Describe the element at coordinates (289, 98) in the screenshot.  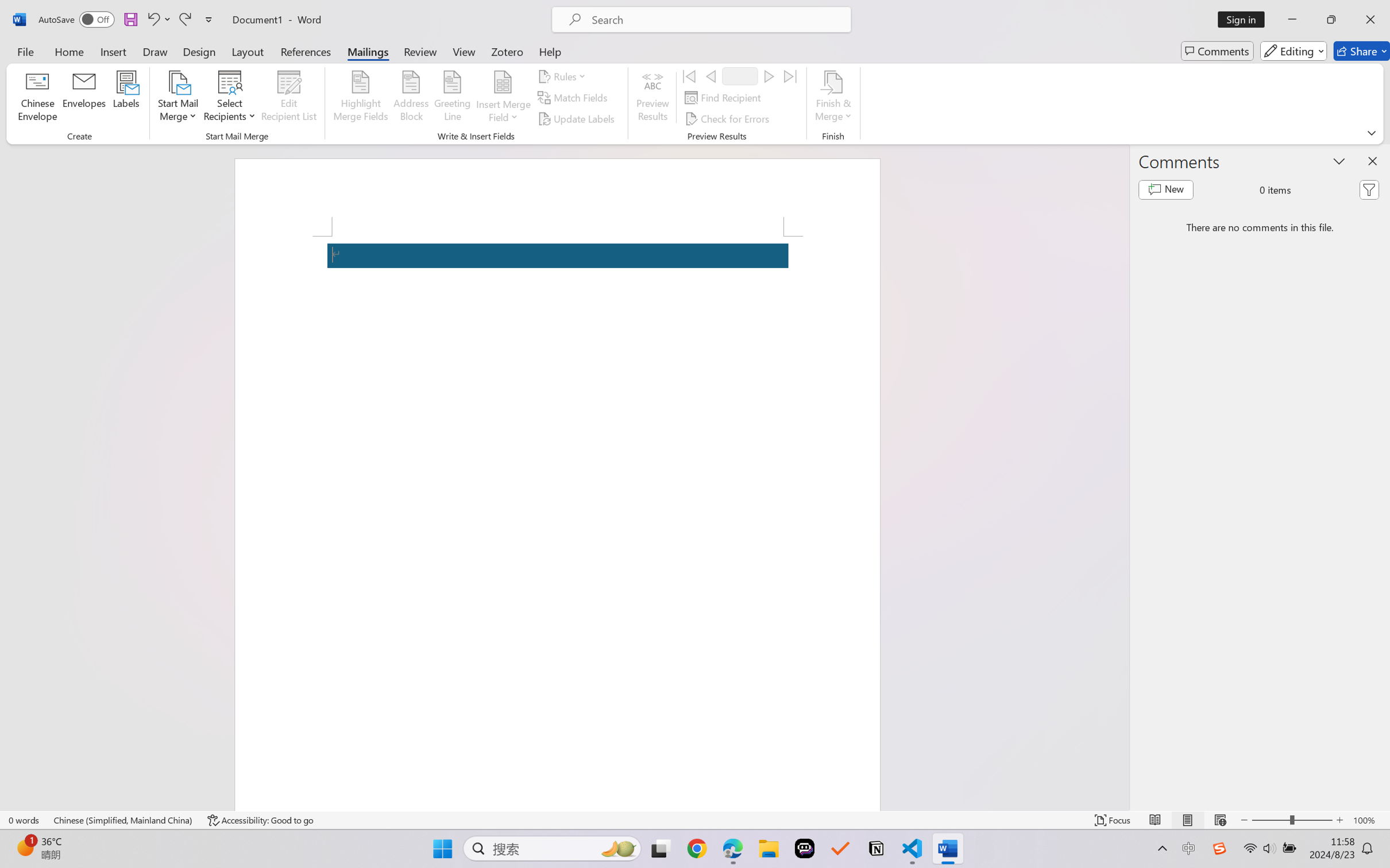
I see `'Edit Recipient List...'` at that location.